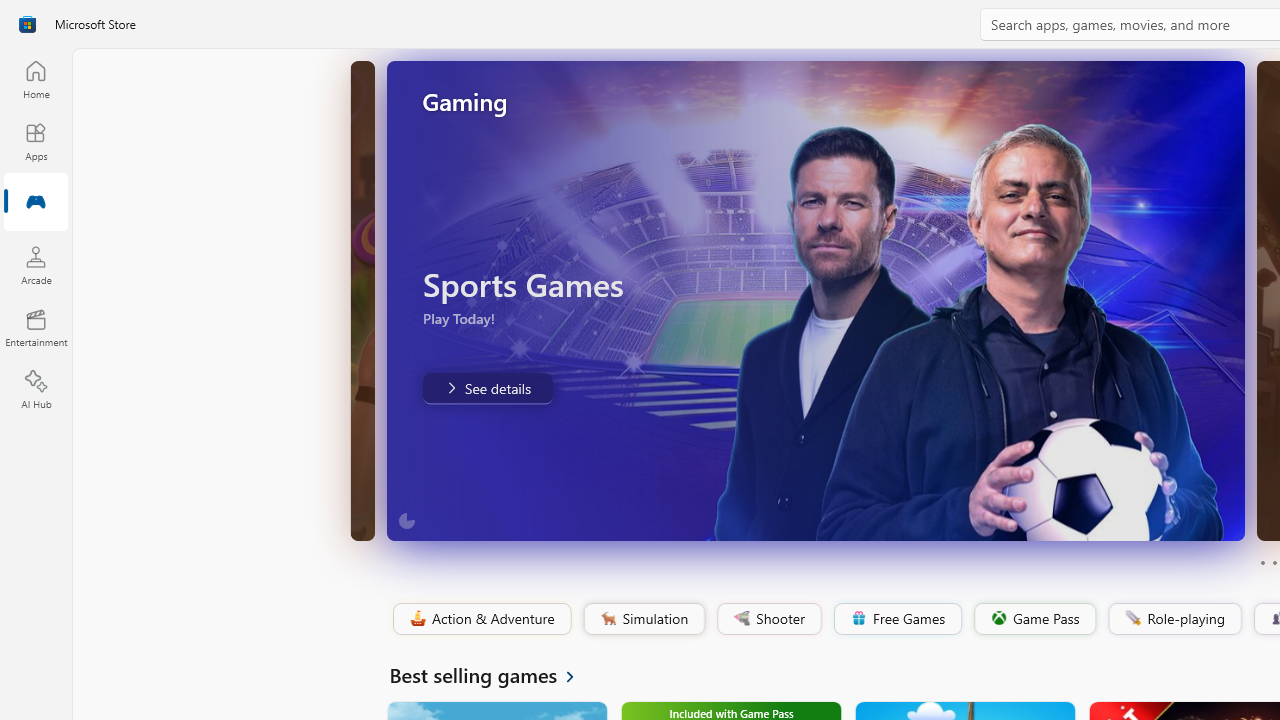 The width and height of the screenshot is (1280, 720). What do you see at coordinates (35, 140) in the screenshot?
I see `'Apps'` at bounding box center [35, 140].